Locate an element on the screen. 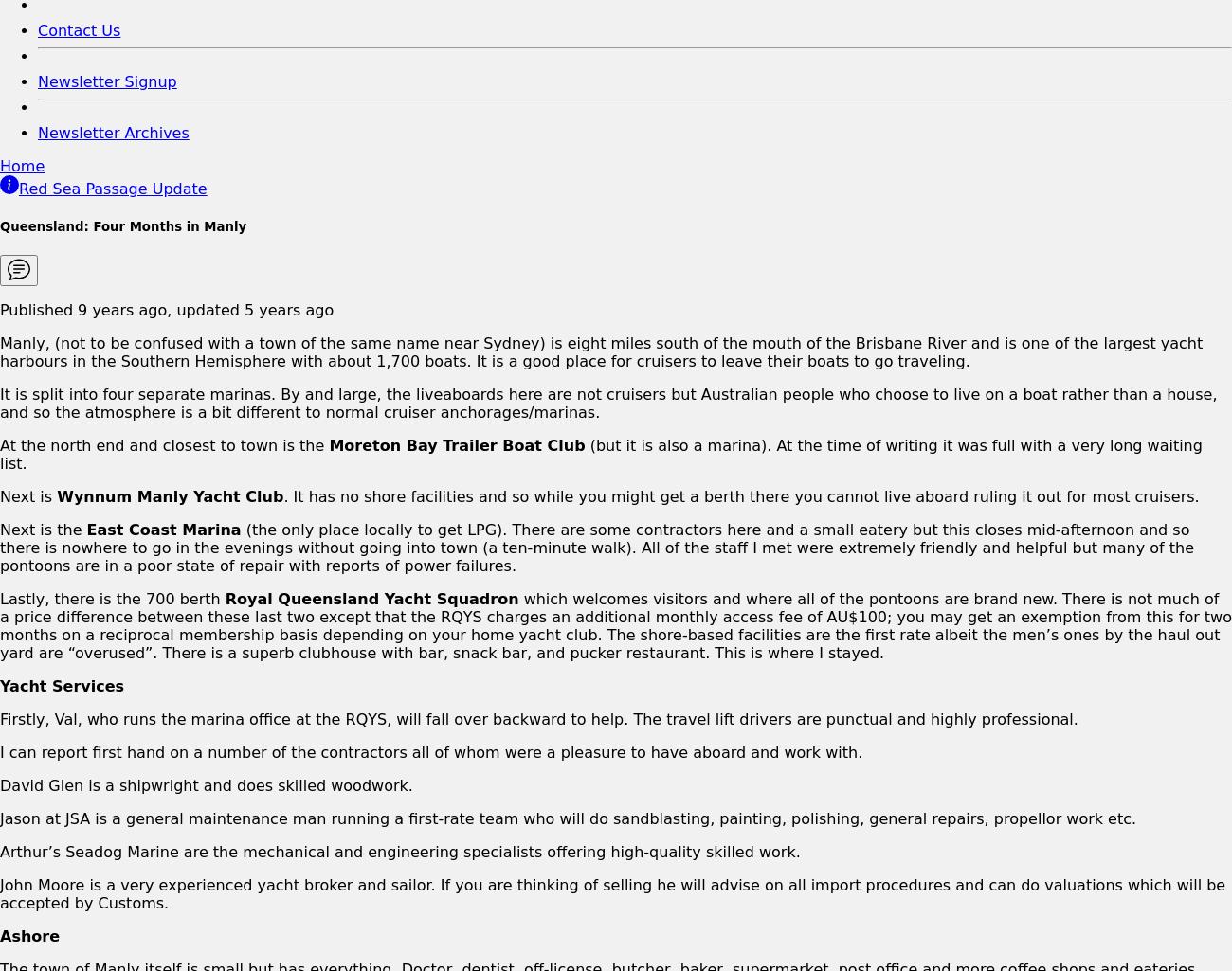 Image resolution: width=1232 pixels, height=971 pixels. 'Firstly, Val, who runs the marina office at the RQYS, will fall over backward to help. The travel lift drivers are punctual and highly professional.' is located at coordinates (537, 718).